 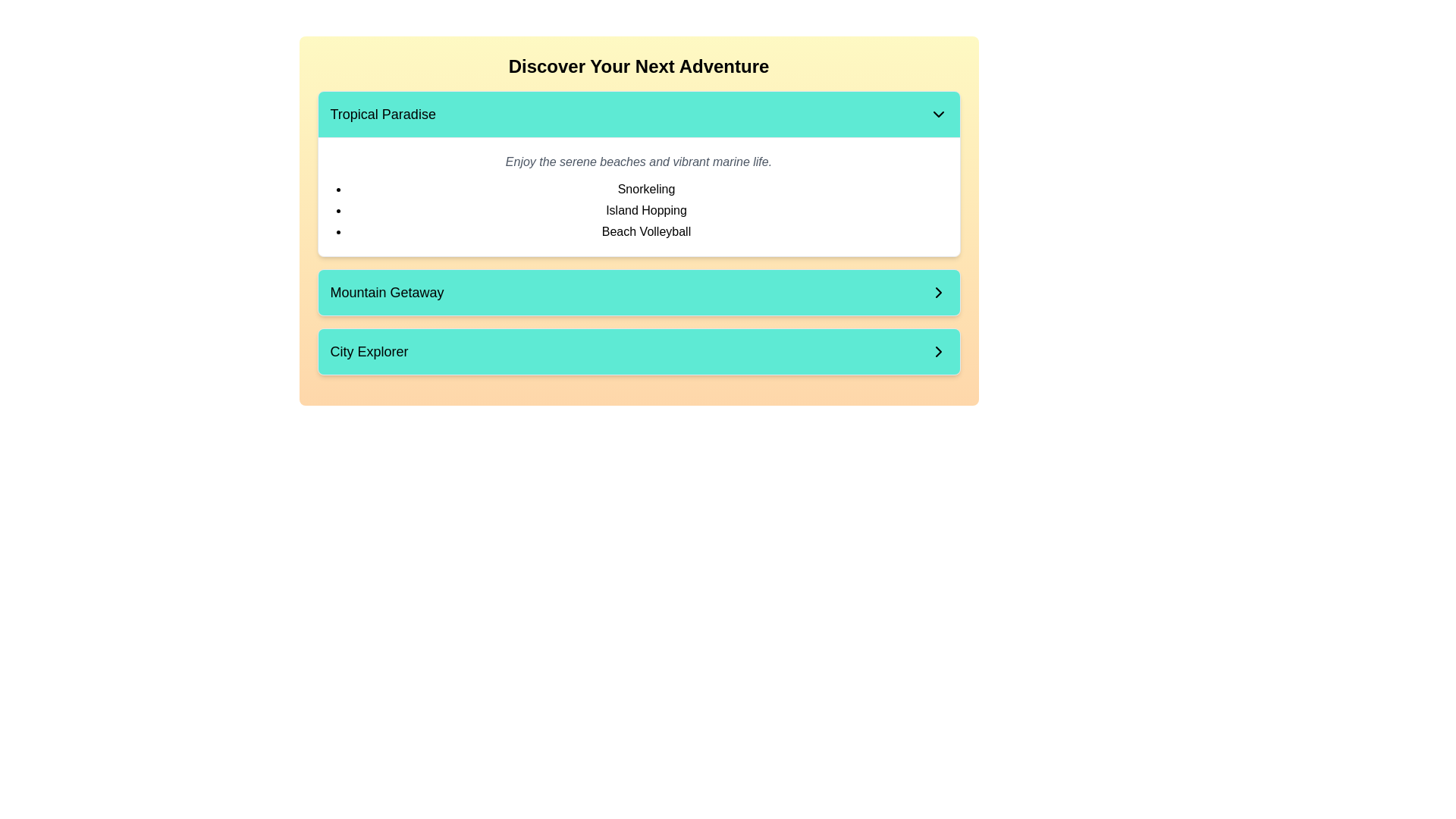 What do you see at coordinates (646, 210) in the screenshot?
I see `the text label displaying 'Island Hopping', which is the second item in the bullet list under the 'Tropical Paradise' section, positioned between 'Snorkeling' and 'Beach Volleyball'` at bounding box center [646, 210].